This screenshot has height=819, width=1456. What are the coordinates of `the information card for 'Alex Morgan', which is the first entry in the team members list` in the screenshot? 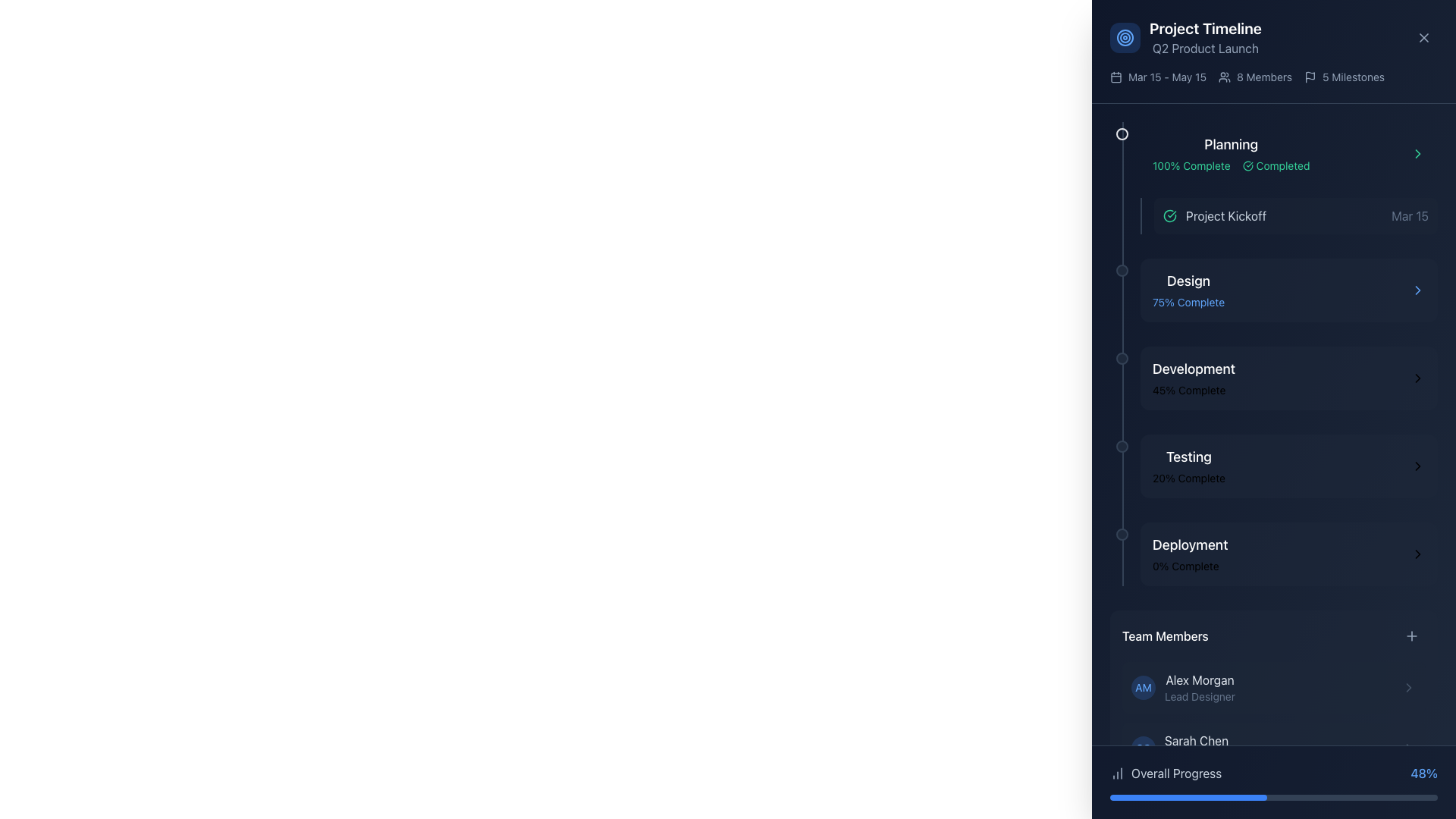 It's located at (1274, 687).